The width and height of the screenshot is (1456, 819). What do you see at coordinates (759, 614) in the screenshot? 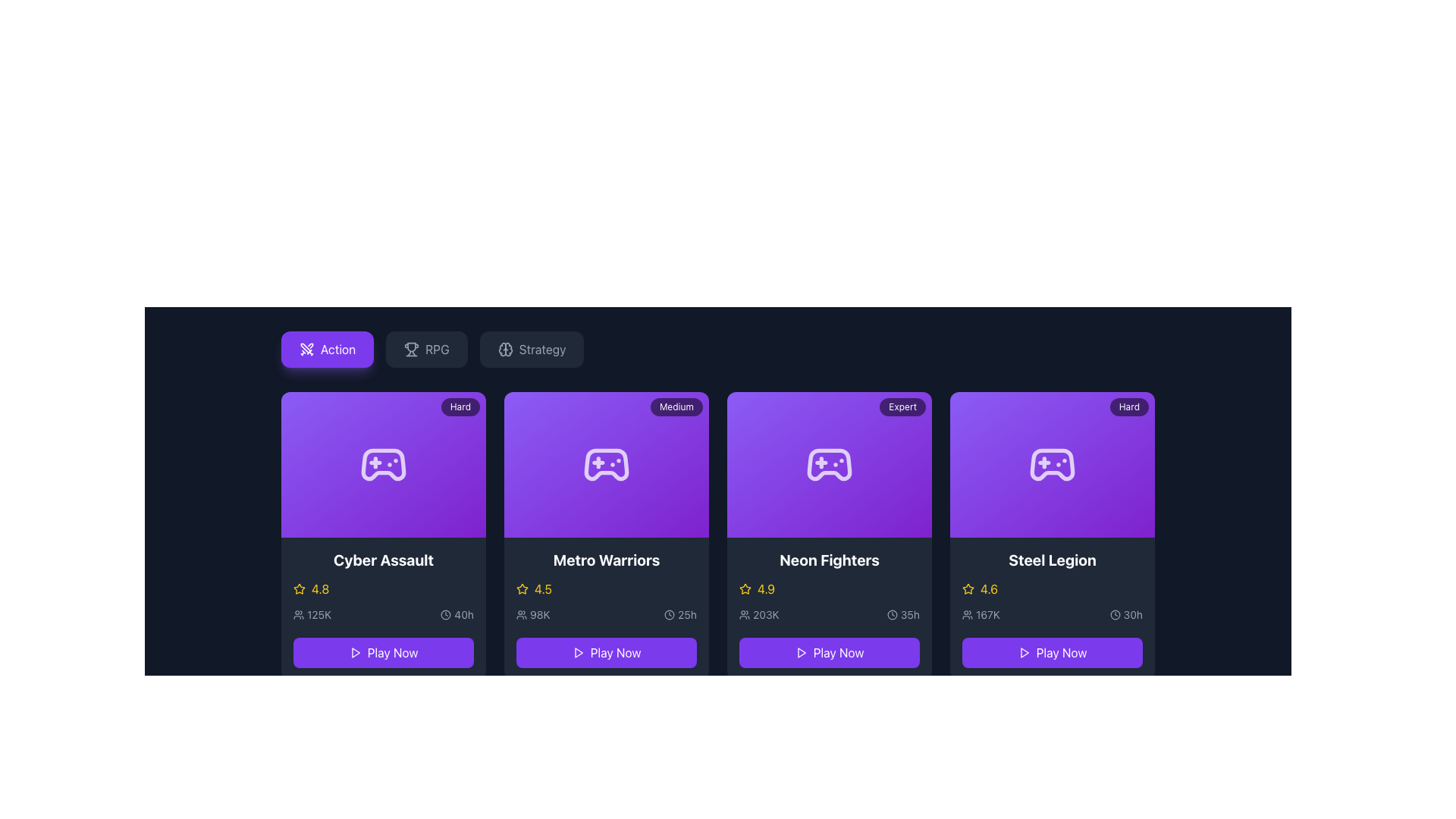
I see `the text element displaying '203K' next to the user icon in the lower section of the 'Neon Fighters' card` at bounding box center [759, 614].